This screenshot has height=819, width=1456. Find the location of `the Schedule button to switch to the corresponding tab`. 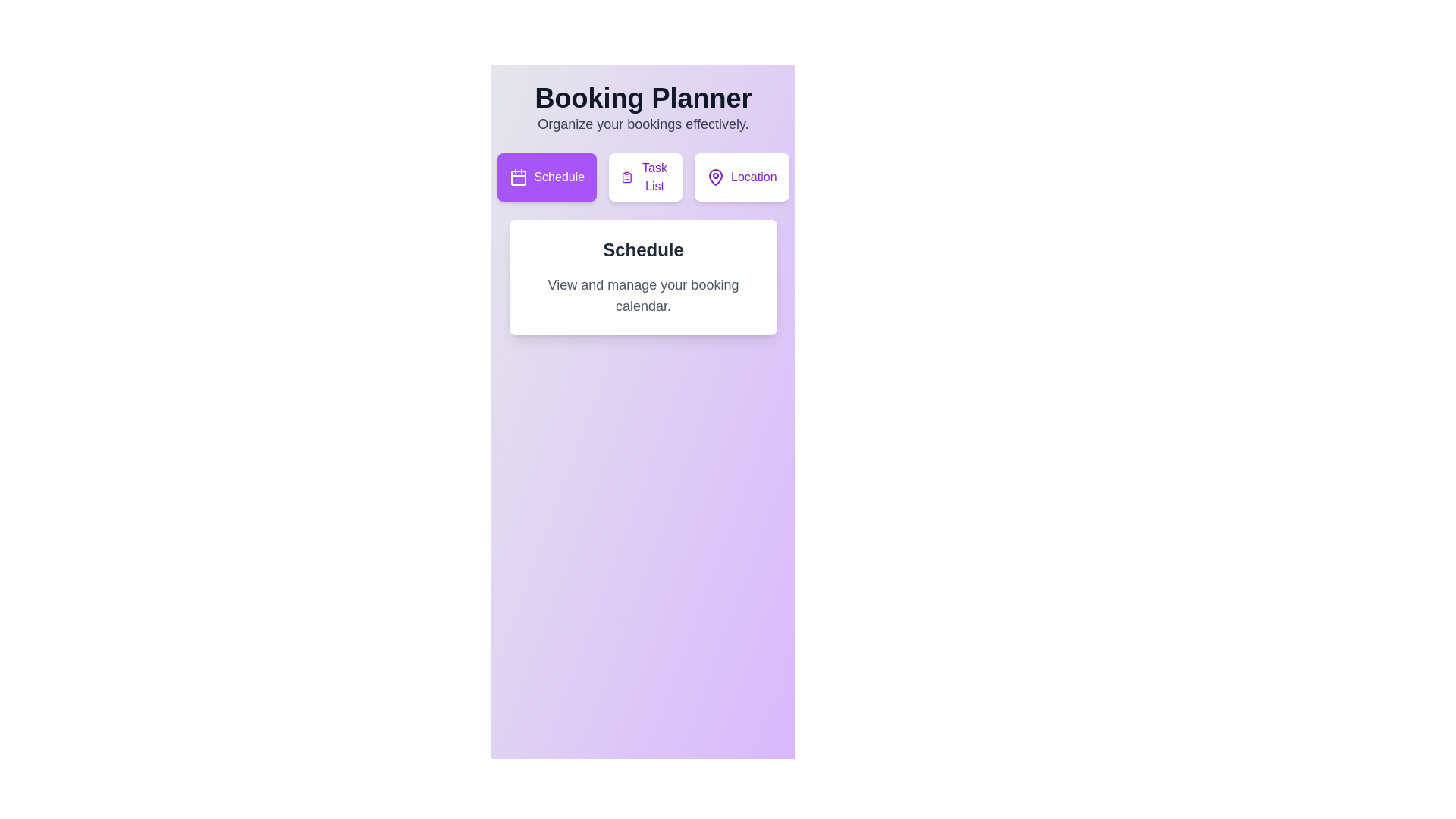

the Schedule button to switch to the corresponding tab is located at coordinates (546, 177).